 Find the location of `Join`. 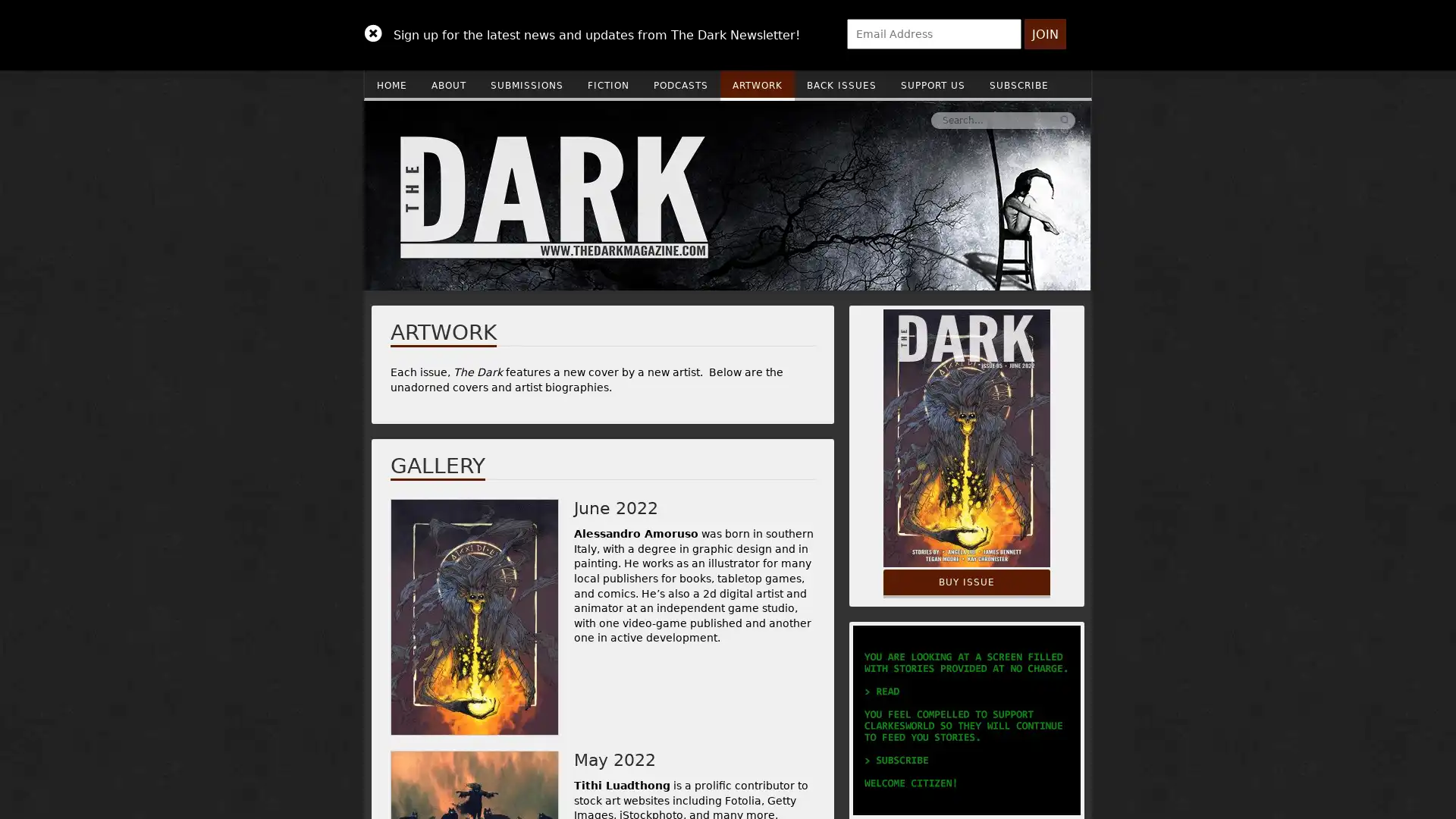

Join is located at coordinates (1044, 34).